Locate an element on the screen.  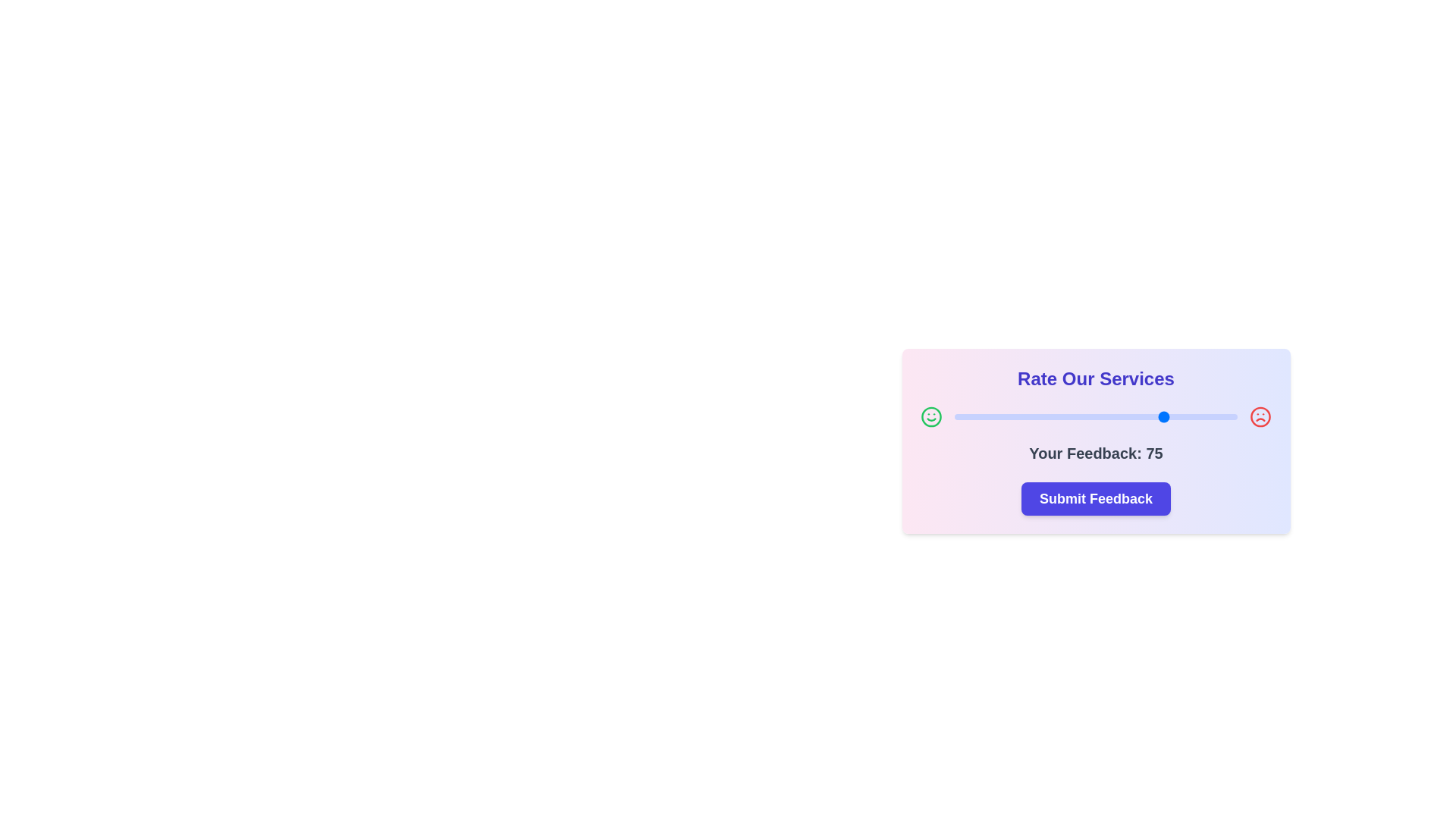
the smiley icon to adjust the feedback slider is located at coordinates (930, 417).